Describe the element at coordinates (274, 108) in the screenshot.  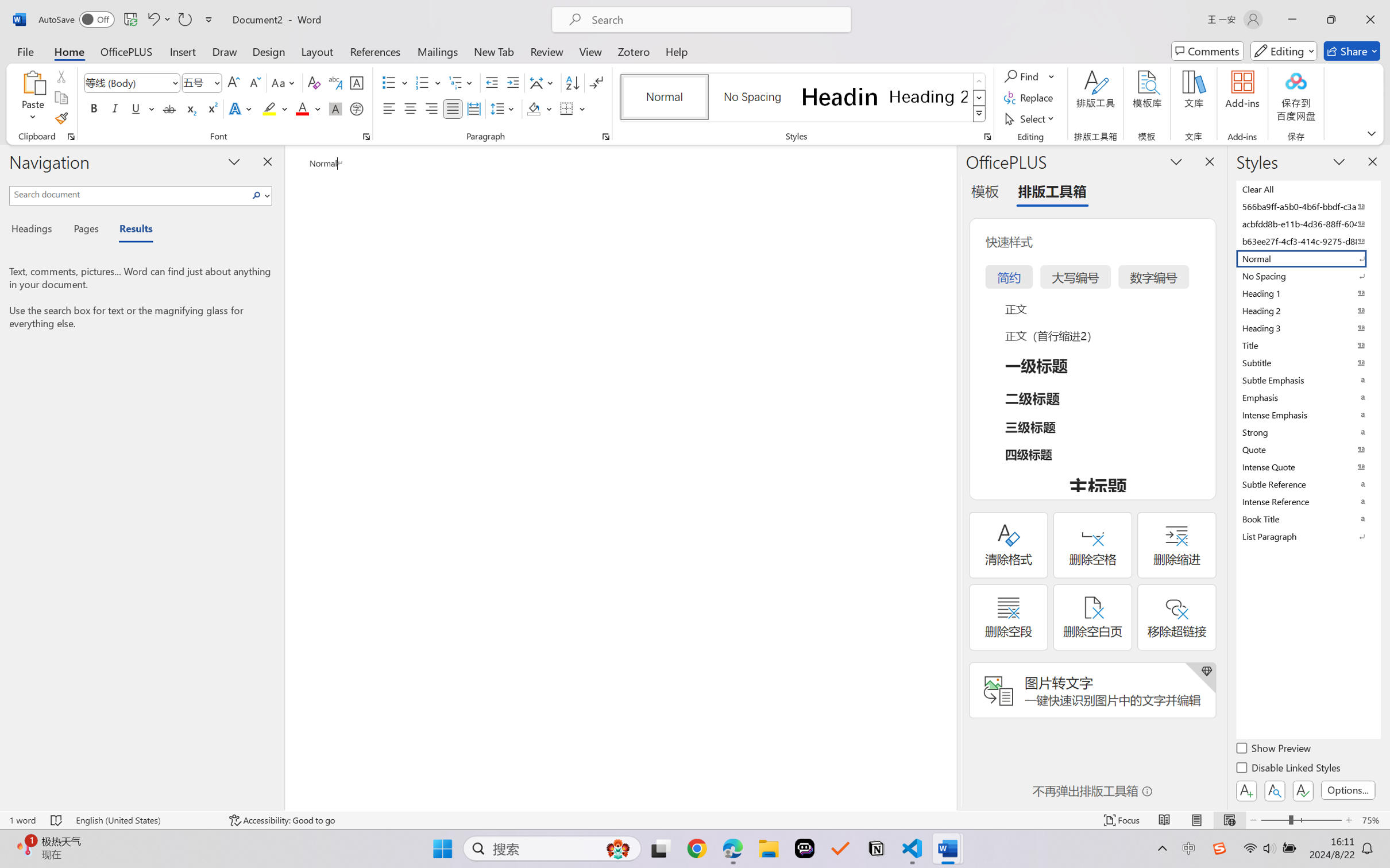
I see `'Text Highlight Color'` at that location.